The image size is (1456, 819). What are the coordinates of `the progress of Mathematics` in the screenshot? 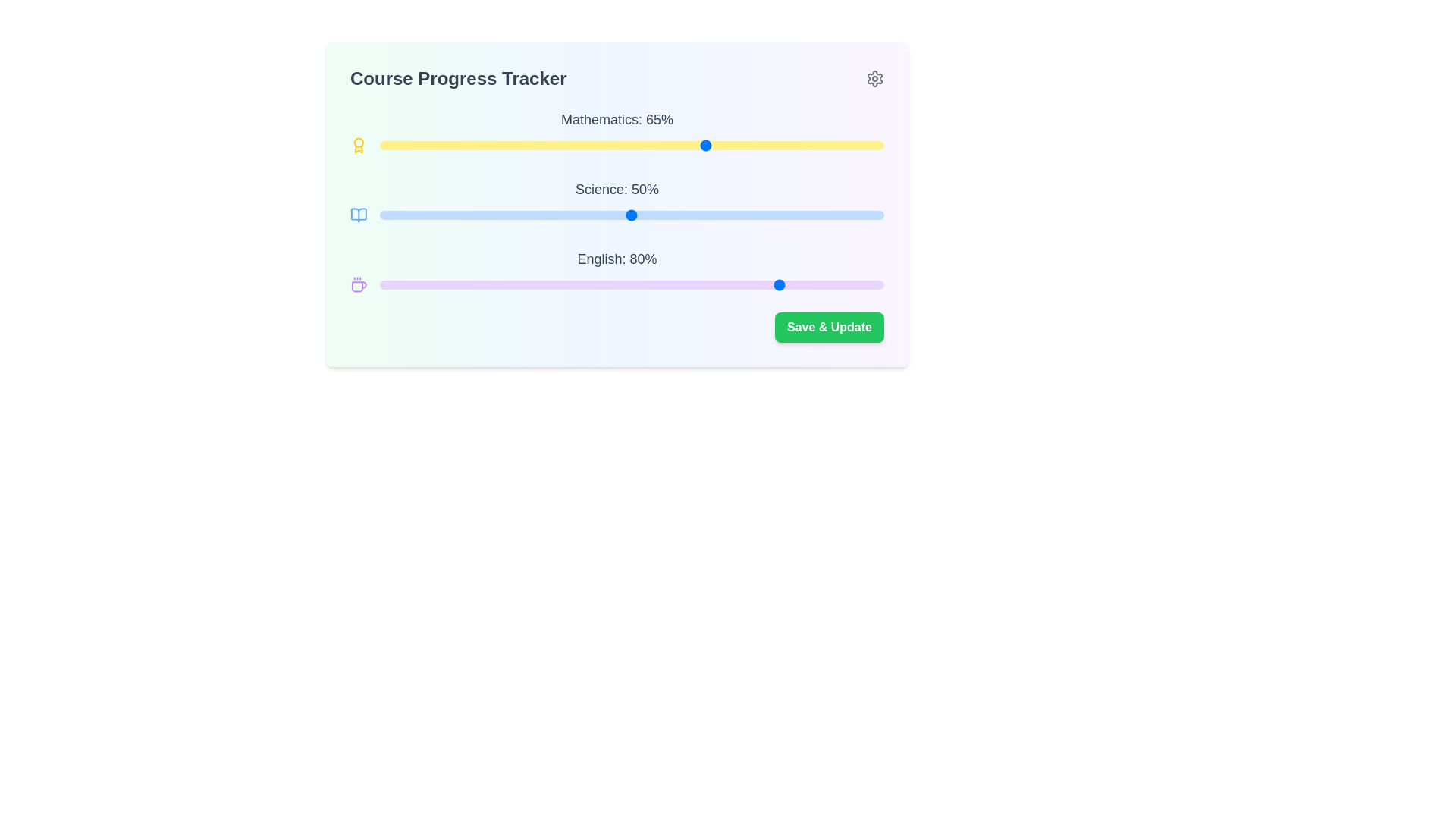 It's located at (389, 146).